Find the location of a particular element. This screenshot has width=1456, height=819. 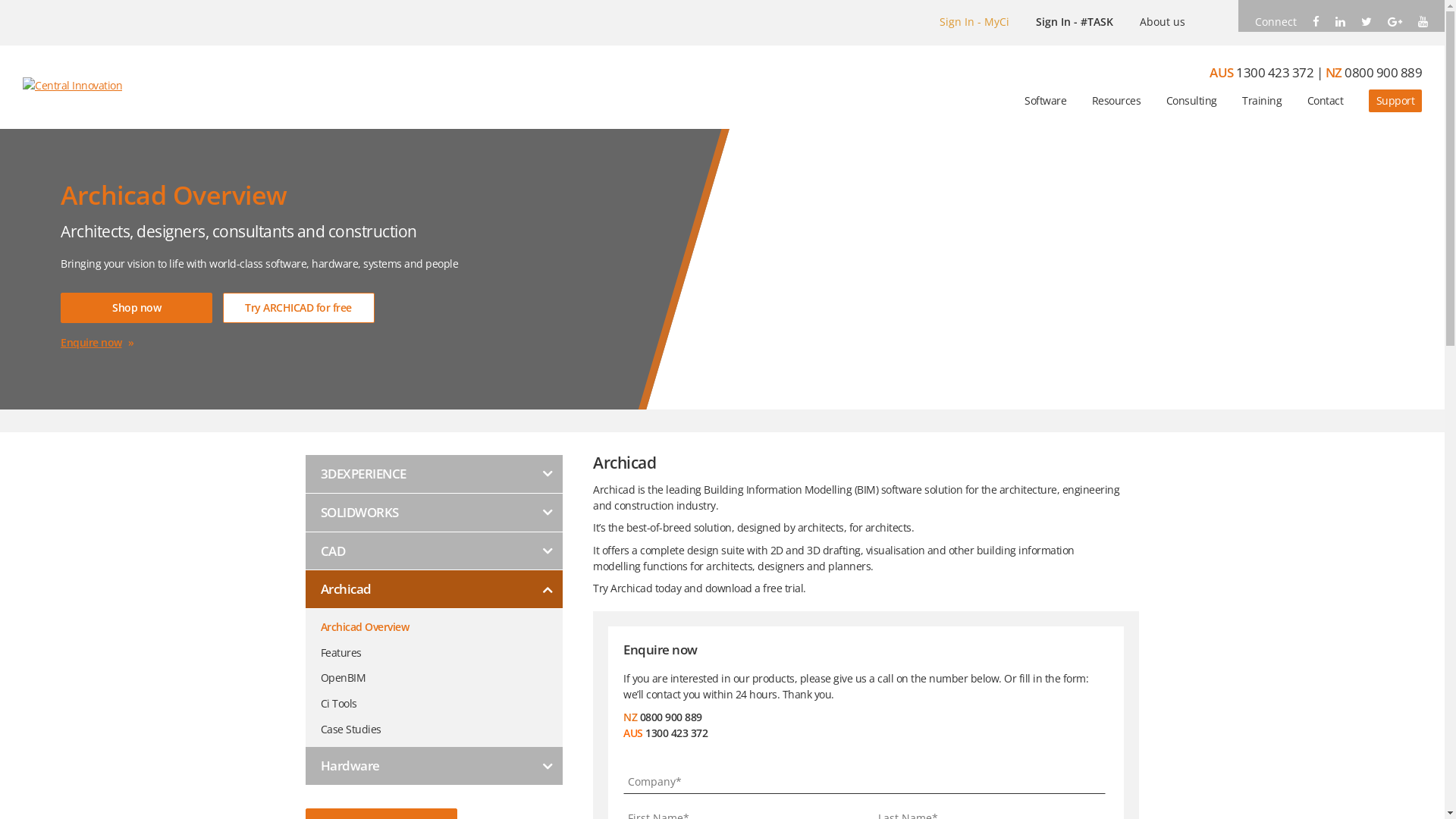

'CAD' is located at coordinates (432, 551).